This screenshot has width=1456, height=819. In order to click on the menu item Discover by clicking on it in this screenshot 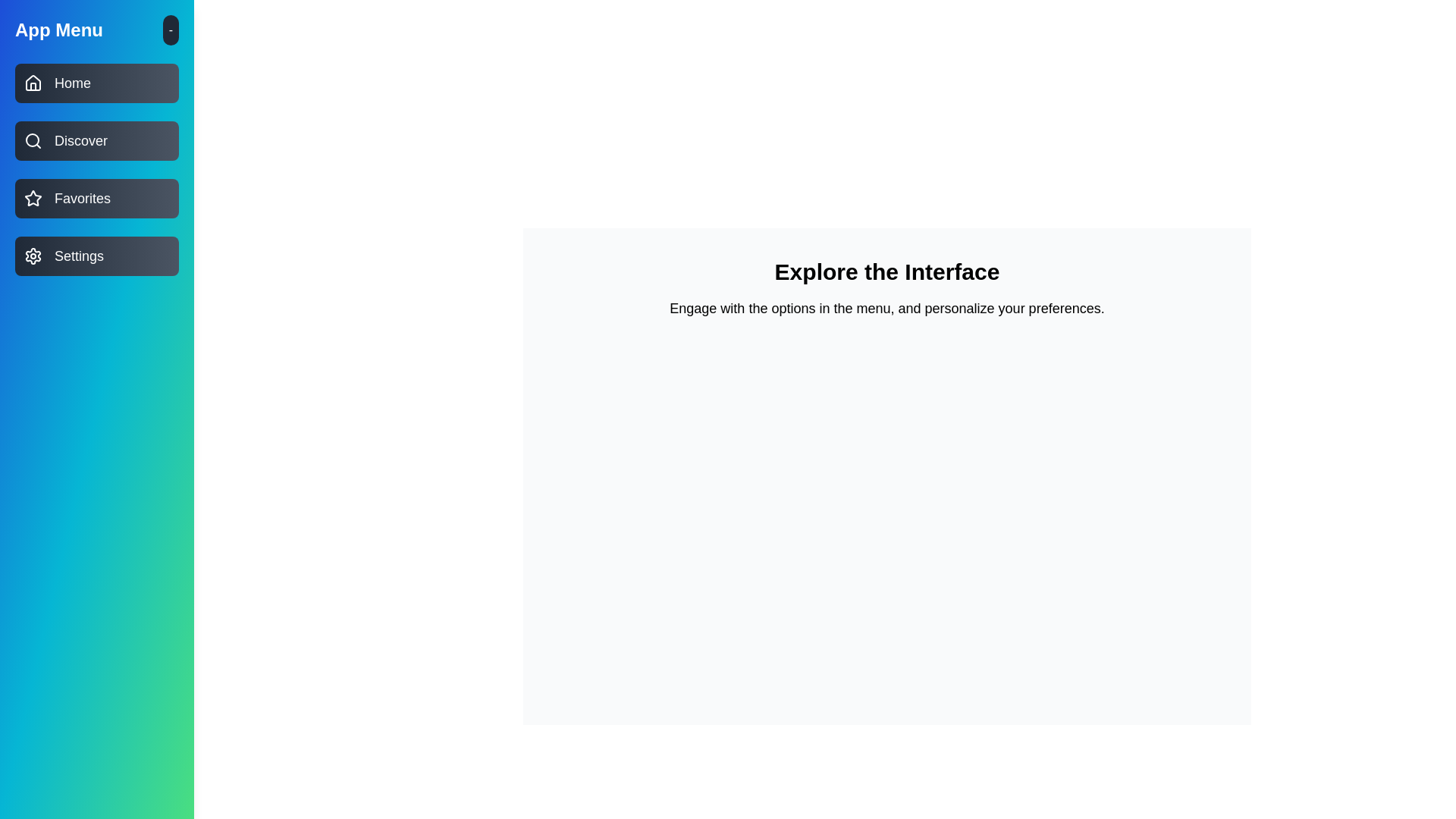, I will do `click(96, 140)`.